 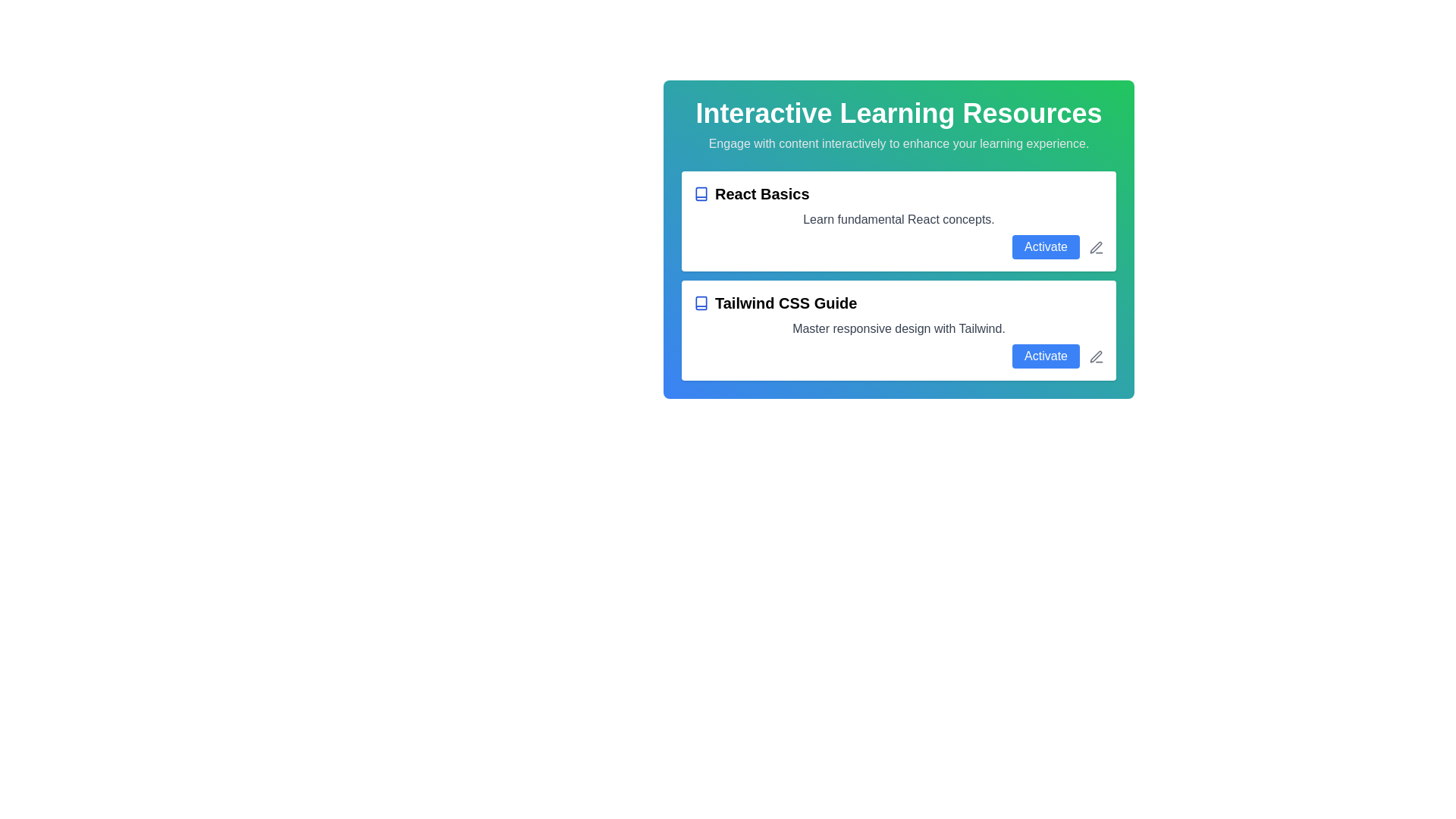 What do you see at coordinates (899, 303) in the screenshot?
I see `Text Header with Icon located at the top of the second card in the list of learning resources, which serves as the main title for the card` at bounding box center [899, 303].